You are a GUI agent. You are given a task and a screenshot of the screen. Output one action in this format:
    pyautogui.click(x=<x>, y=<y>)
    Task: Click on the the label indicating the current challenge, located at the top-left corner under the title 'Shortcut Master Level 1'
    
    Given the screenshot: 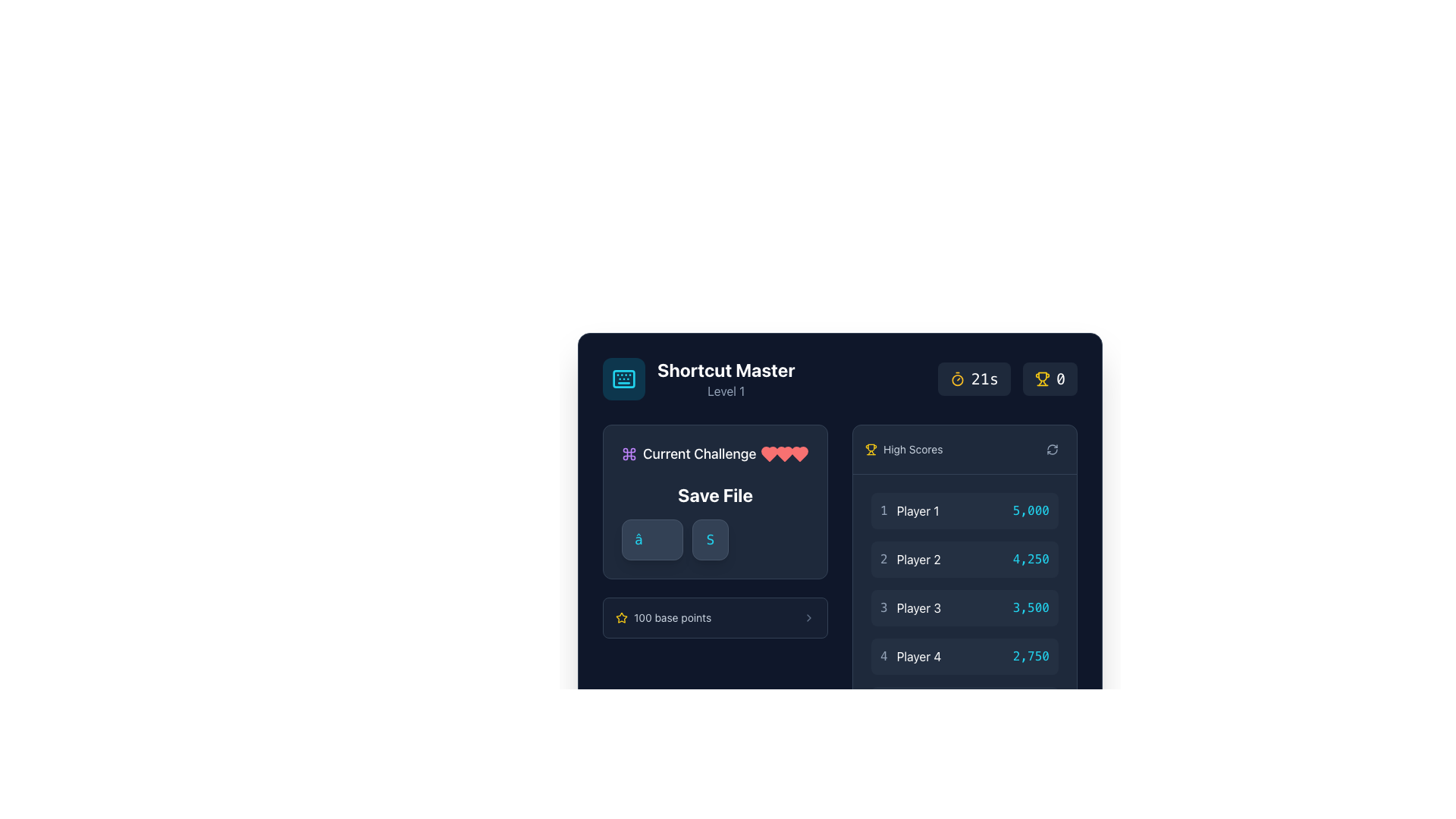 What is the action you would take?
    pyautogui.click(x=688, y=453)
    